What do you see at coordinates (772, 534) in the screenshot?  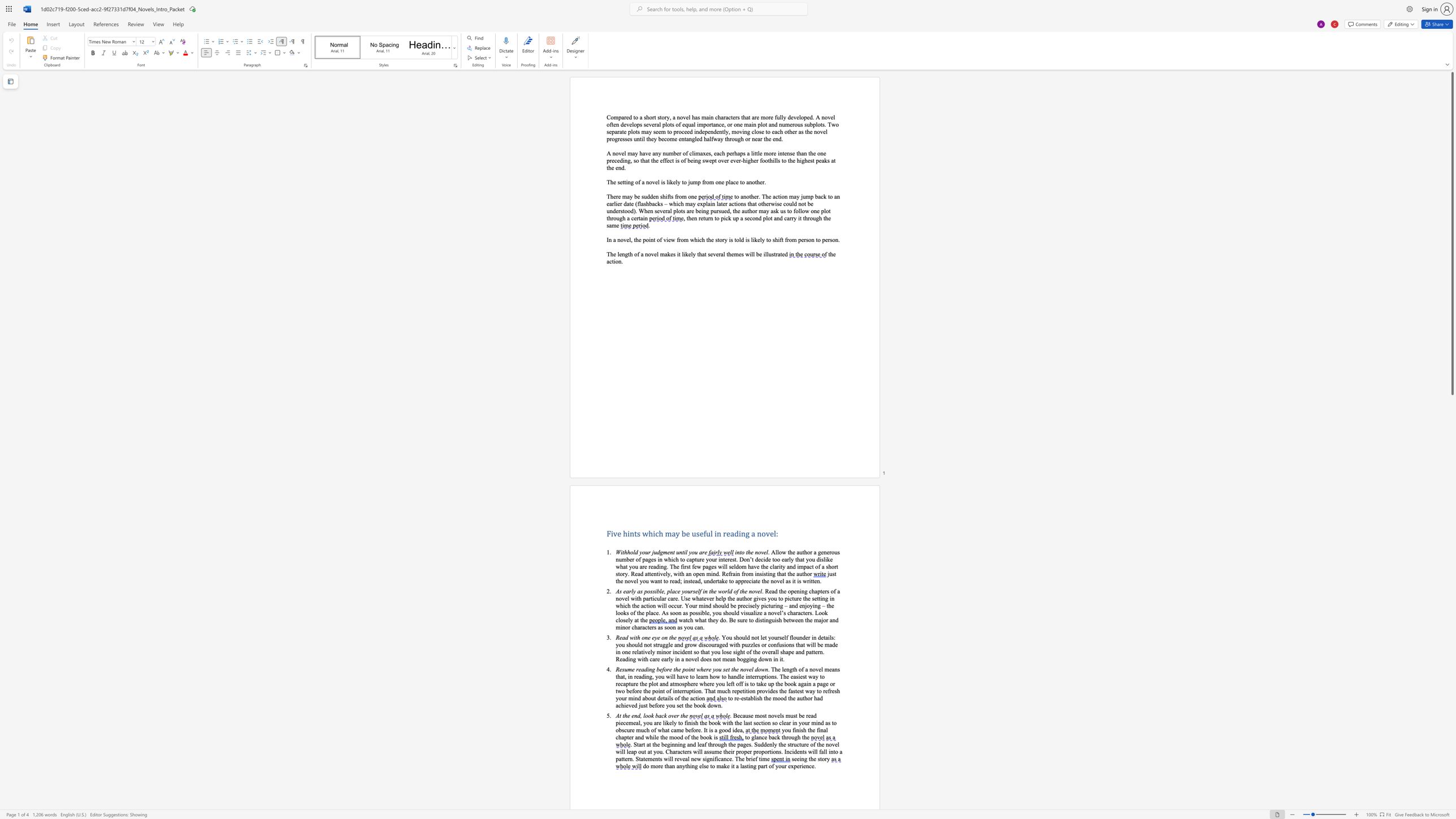 I see `the space between the continuous character "e" and "l" in the text` at bounding box center [772, 534].